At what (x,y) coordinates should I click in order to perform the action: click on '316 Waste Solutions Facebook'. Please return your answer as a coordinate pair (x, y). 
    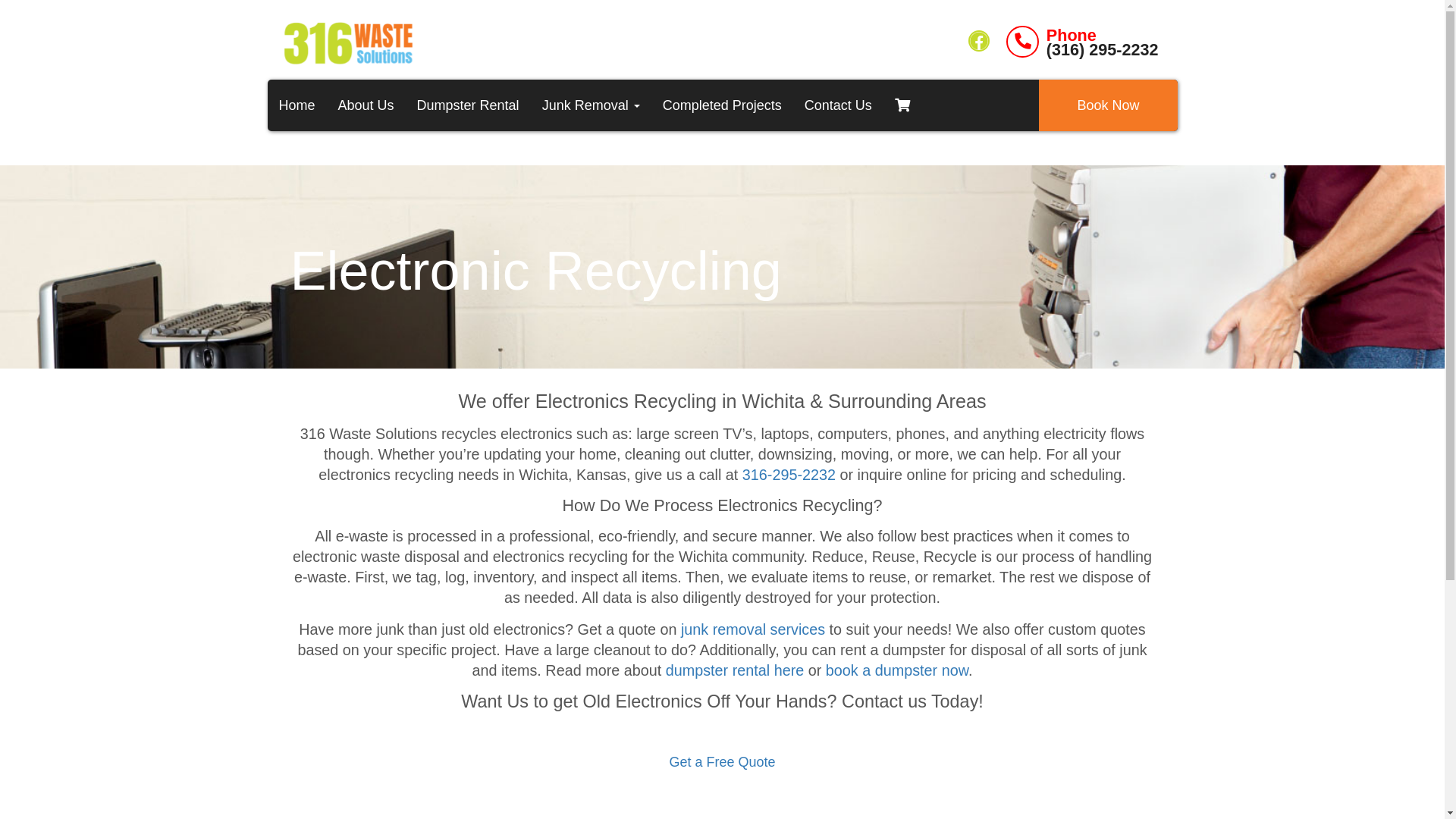
    Looking at the image, I should click on (979, 40).